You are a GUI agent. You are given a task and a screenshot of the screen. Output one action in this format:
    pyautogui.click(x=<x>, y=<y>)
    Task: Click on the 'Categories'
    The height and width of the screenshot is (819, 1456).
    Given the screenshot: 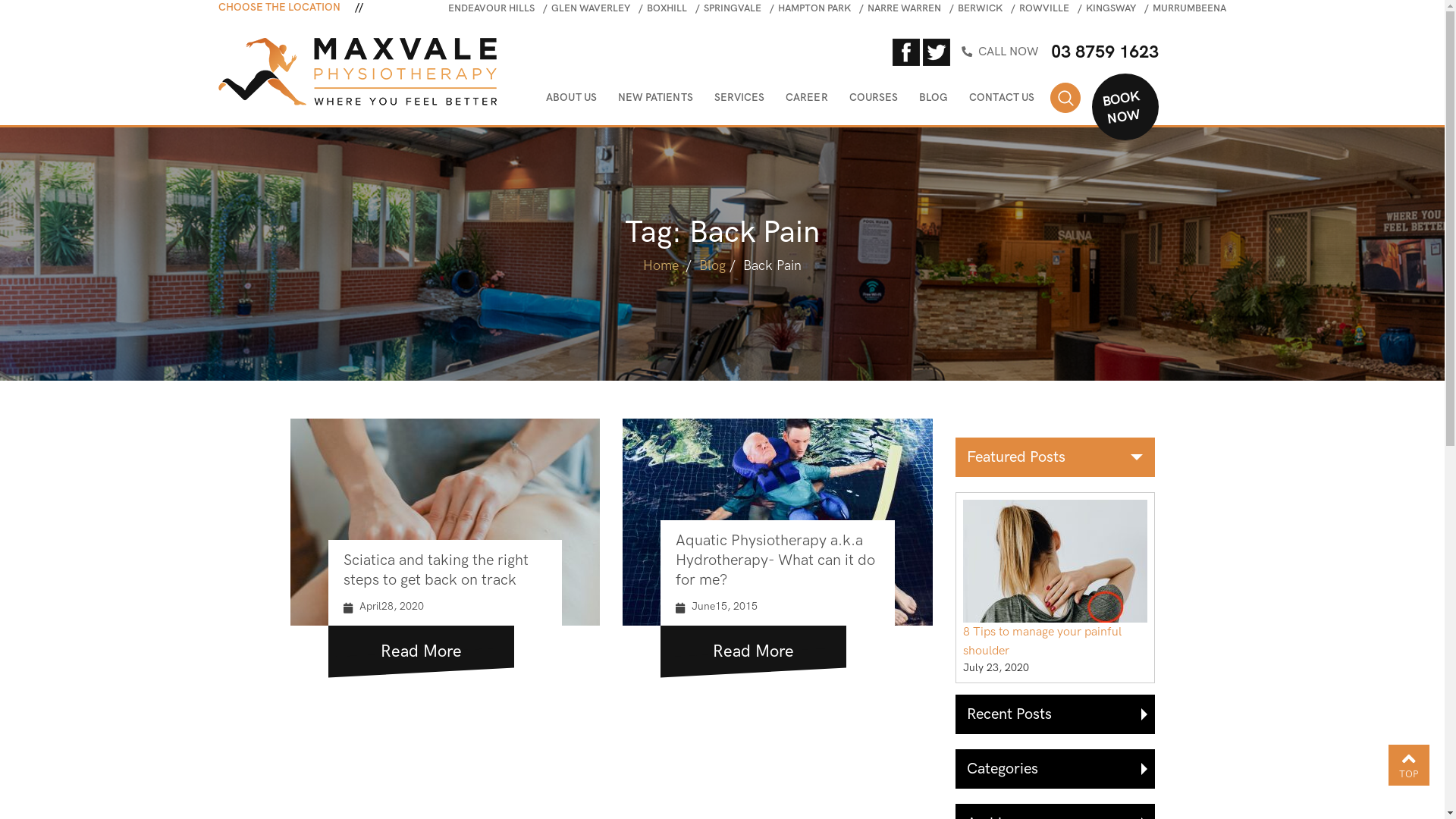 What is the action you would take?
    pyautogui.click(x=1054, y=769)
    